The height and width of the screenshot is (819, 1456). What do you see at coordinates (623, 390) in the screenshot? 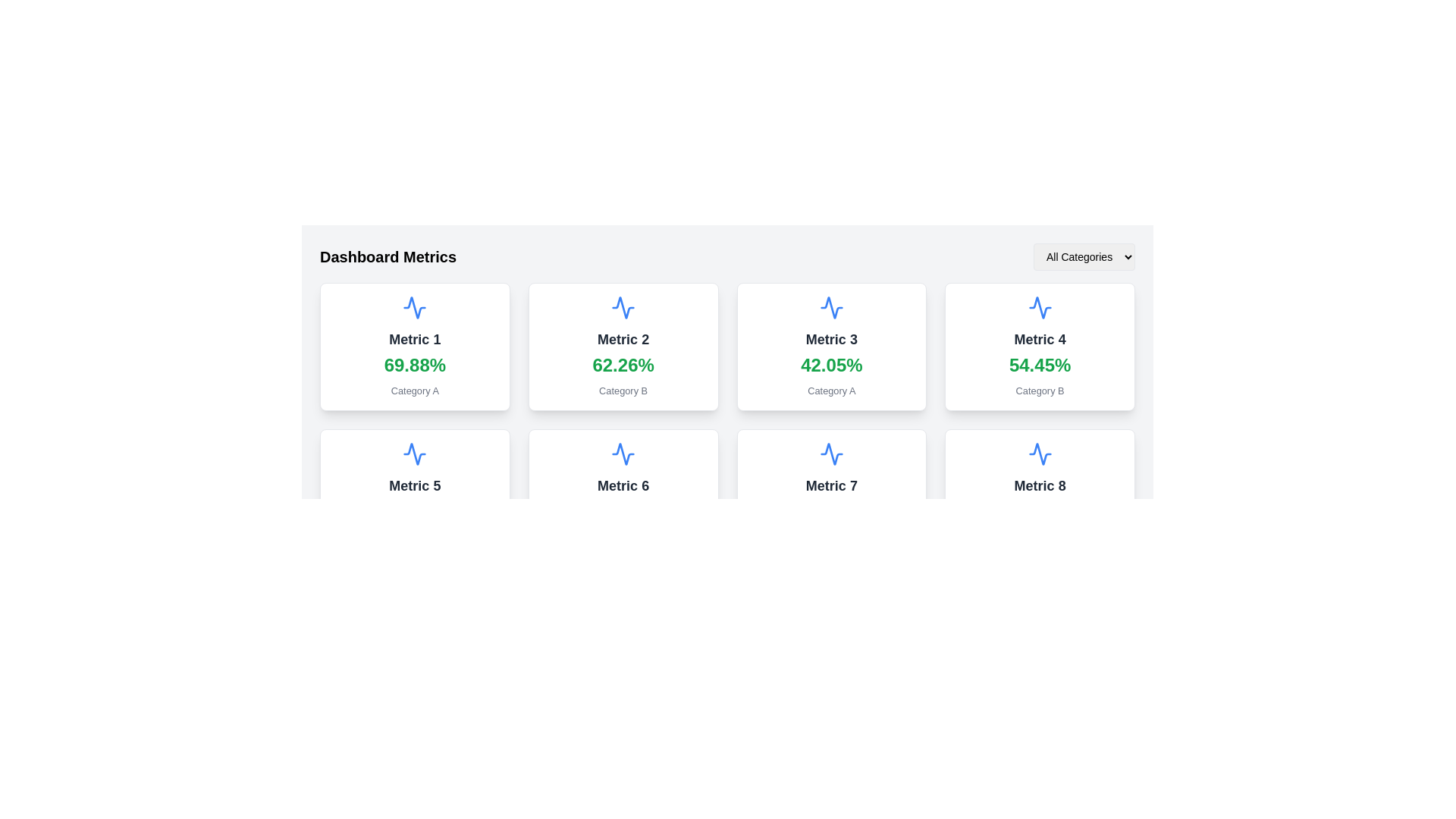
I see `the 'Category B' text label, which is displayed in a subtle gray color at the bottom of the 'Metric 2' card in the 'Dashboard Metrics' section` at bounding box center [623, 390].